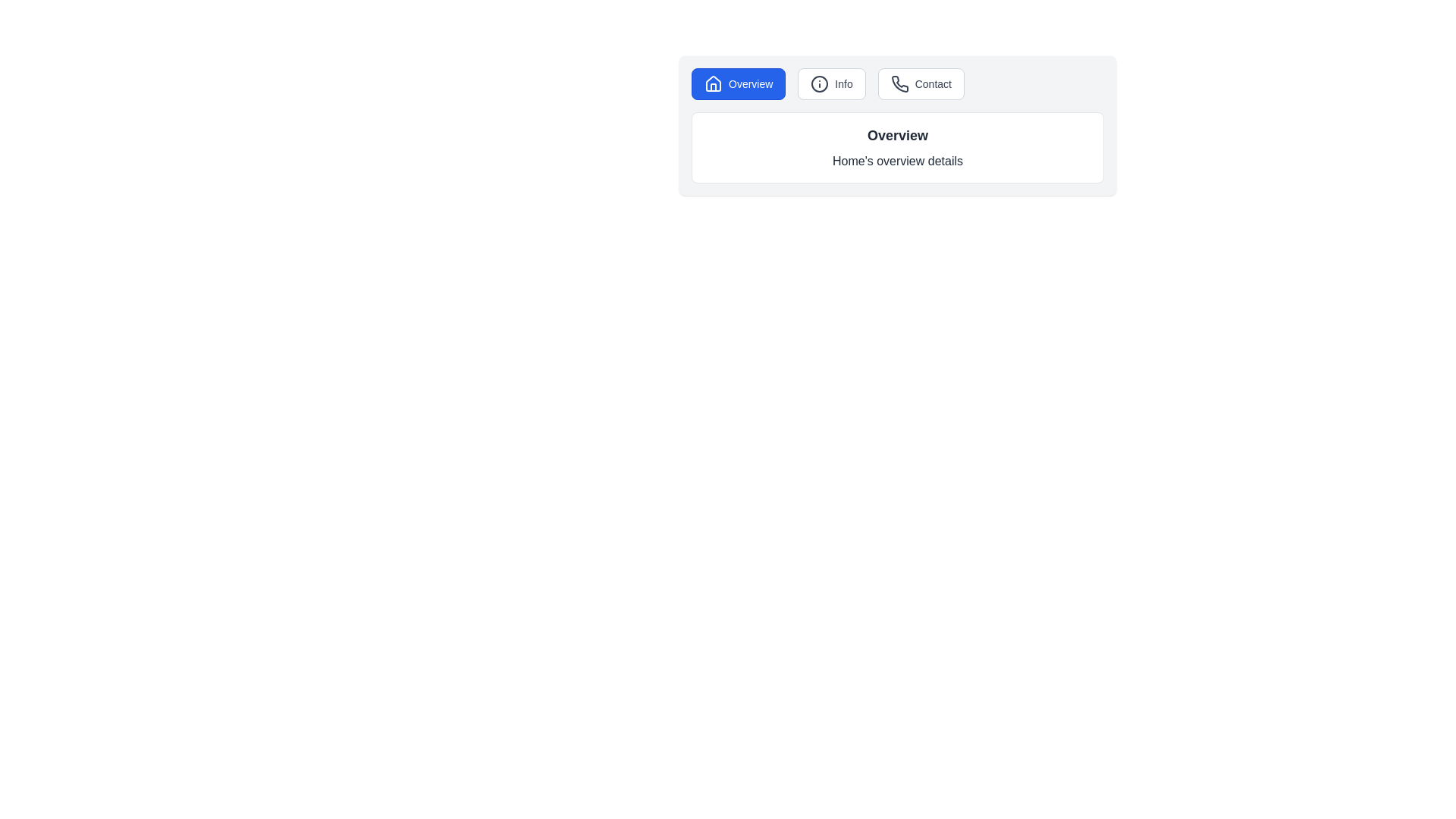 This screenshot has width=1456, height=819. What do you see at coordinates (920, 84) in the screenshot?
I see `the Contact tab to view its content` at bounding box center [920, 84].